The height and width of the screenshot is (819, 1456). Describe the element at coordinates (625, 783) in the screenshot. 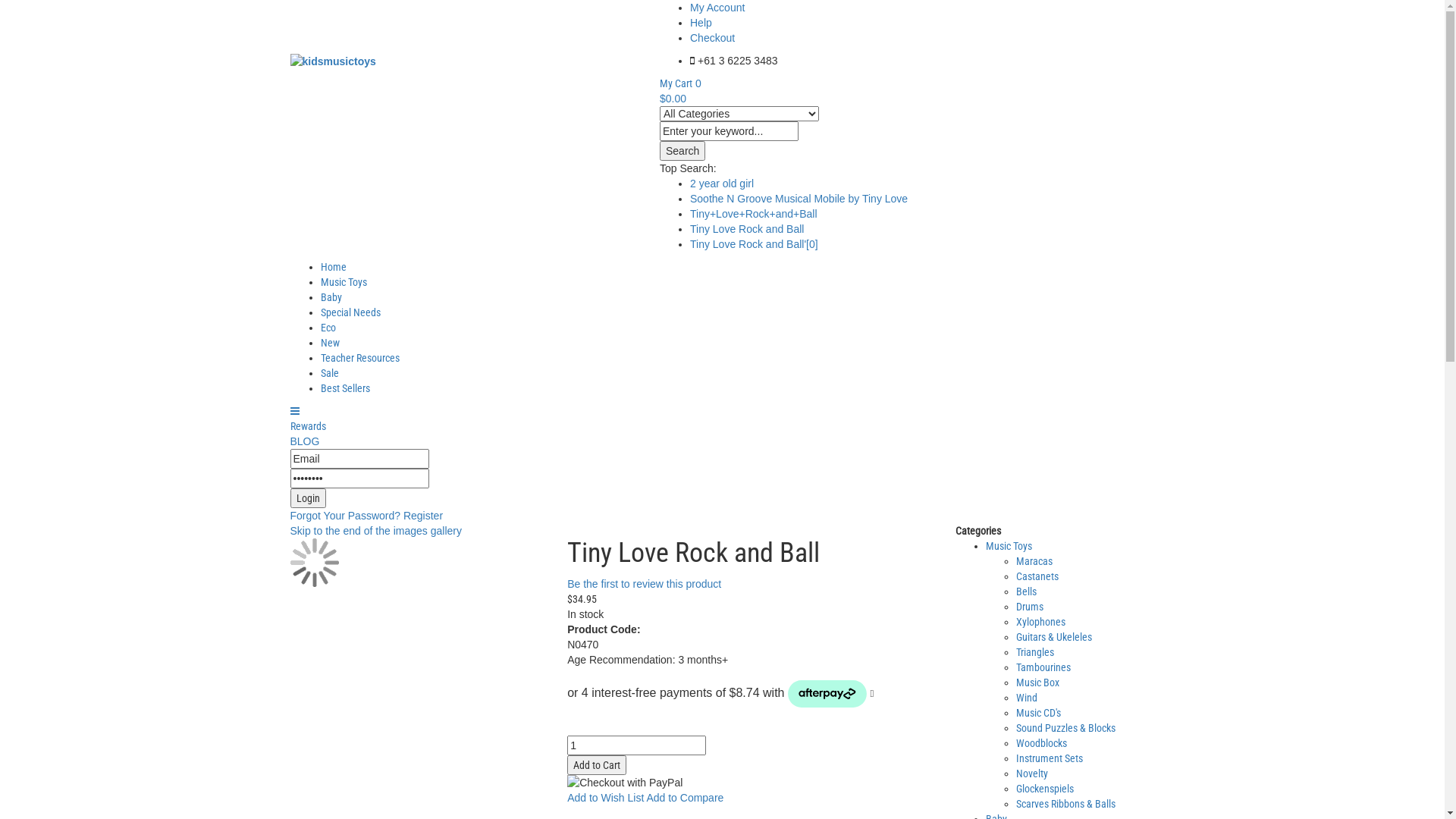

I see `'Checkout with PayPal'` at that location.